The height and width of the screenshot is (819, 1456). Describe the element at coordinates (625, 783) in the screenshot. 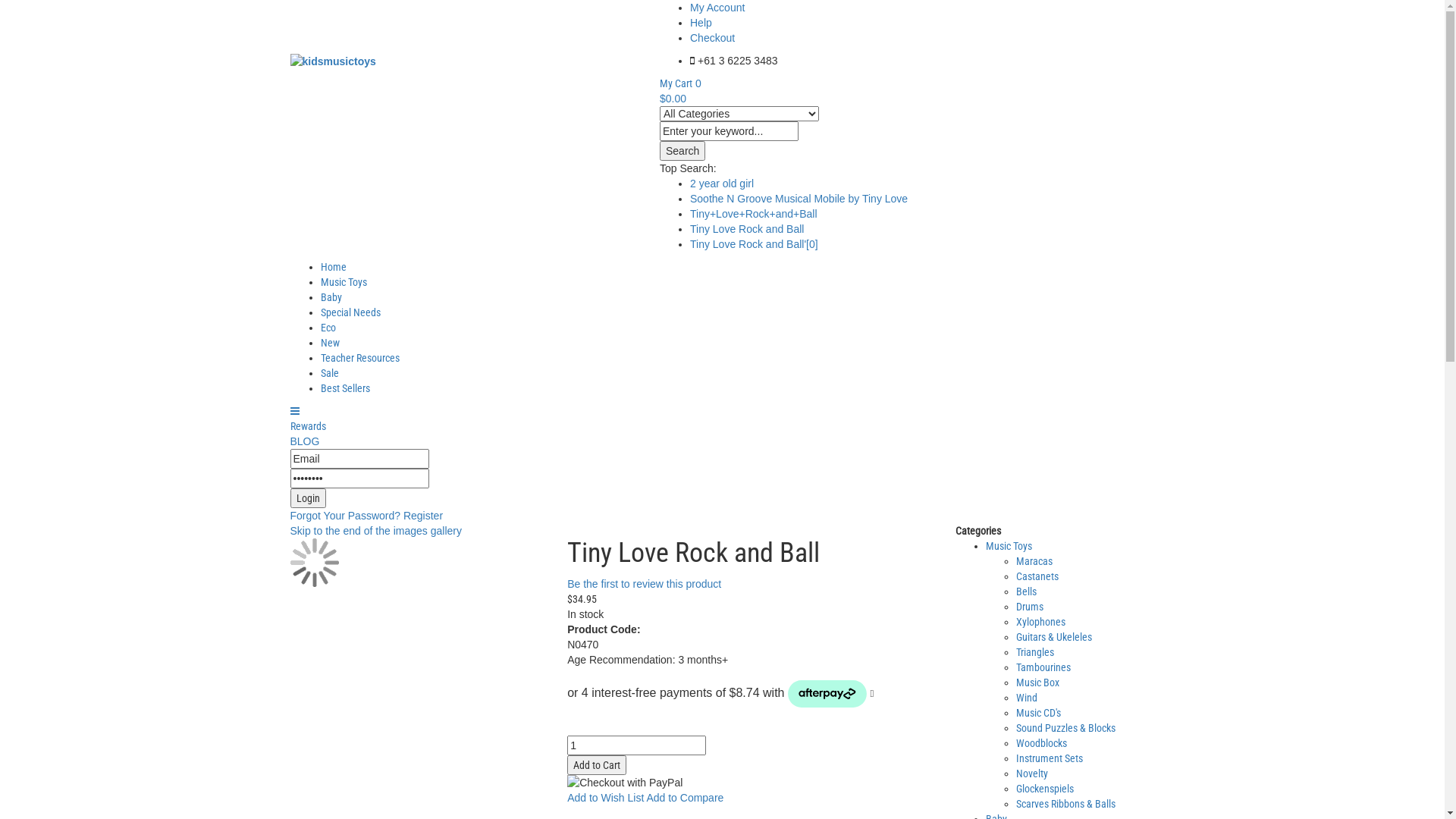

I see `'Checkout with PayPal'` at that location.